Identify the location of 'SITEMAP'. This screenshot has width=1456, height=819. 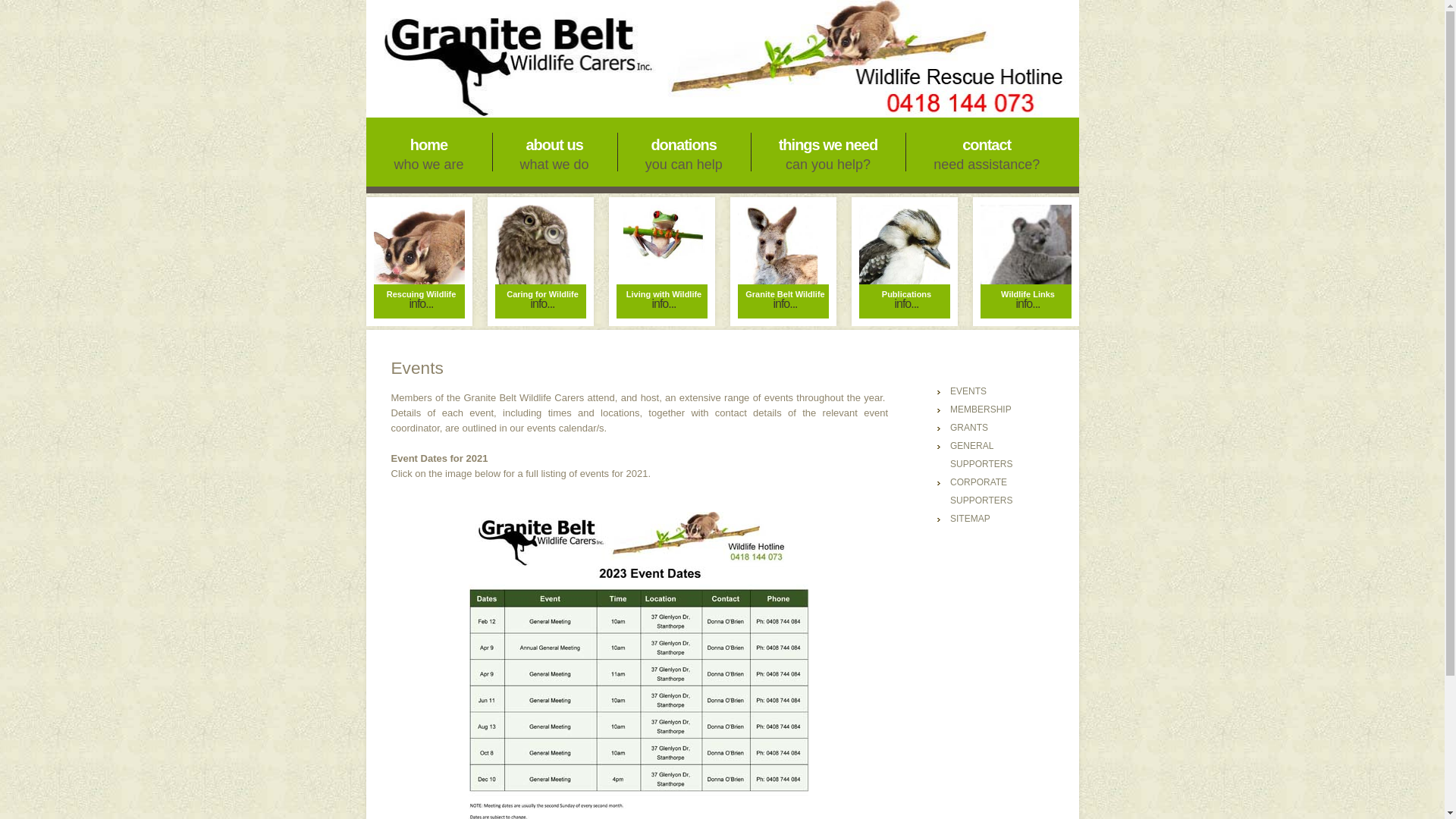
(949, 517).